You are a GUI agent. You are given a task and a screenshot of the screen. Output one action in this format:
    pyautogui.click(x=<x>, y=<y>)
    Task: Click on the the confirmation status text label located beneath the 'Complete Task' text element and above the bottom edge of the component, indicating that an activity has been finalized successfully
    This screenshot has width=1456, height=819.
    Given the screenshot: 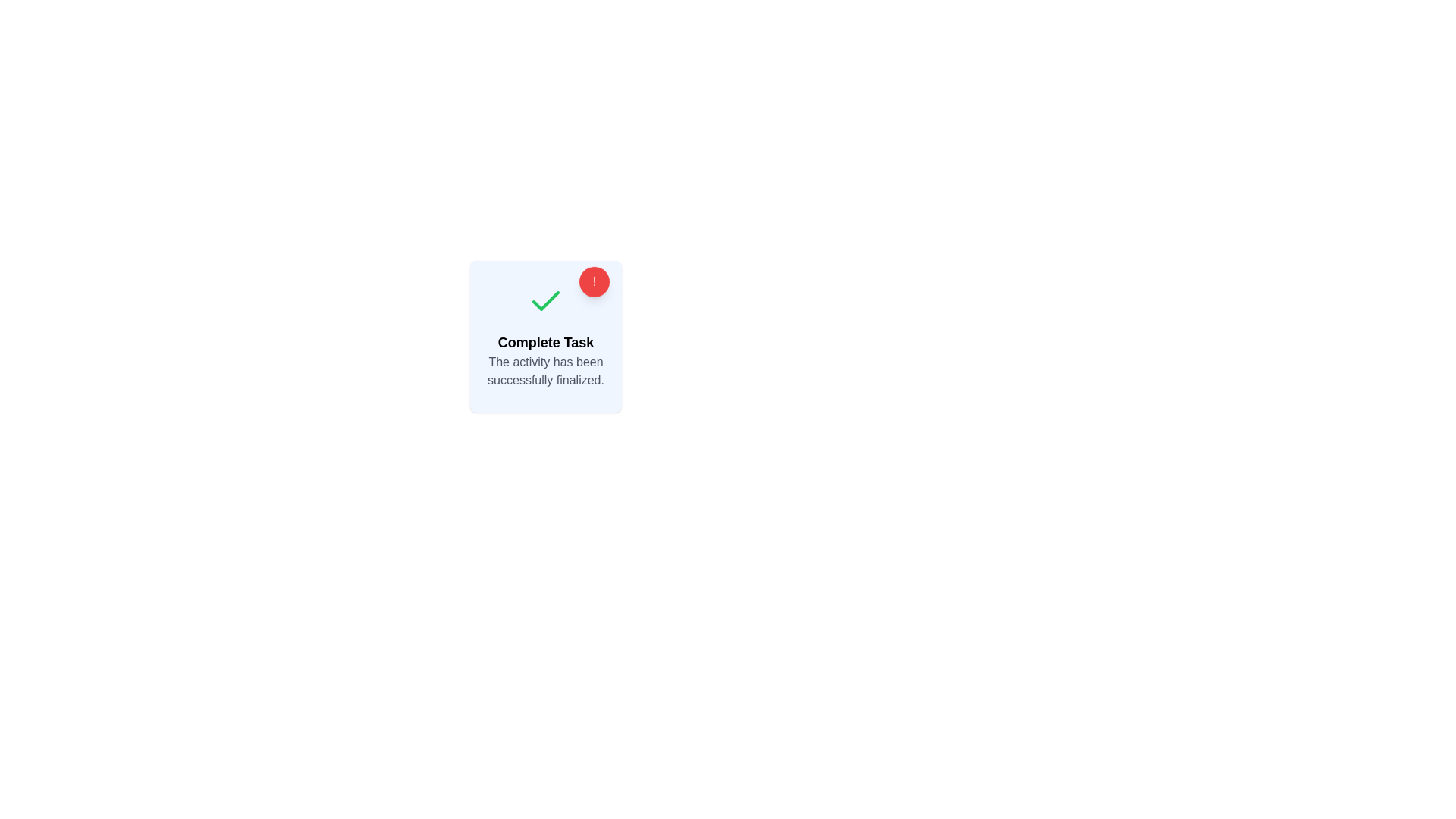 What is the action you would take?
    pyautogui.click(x=546, y=371)
    